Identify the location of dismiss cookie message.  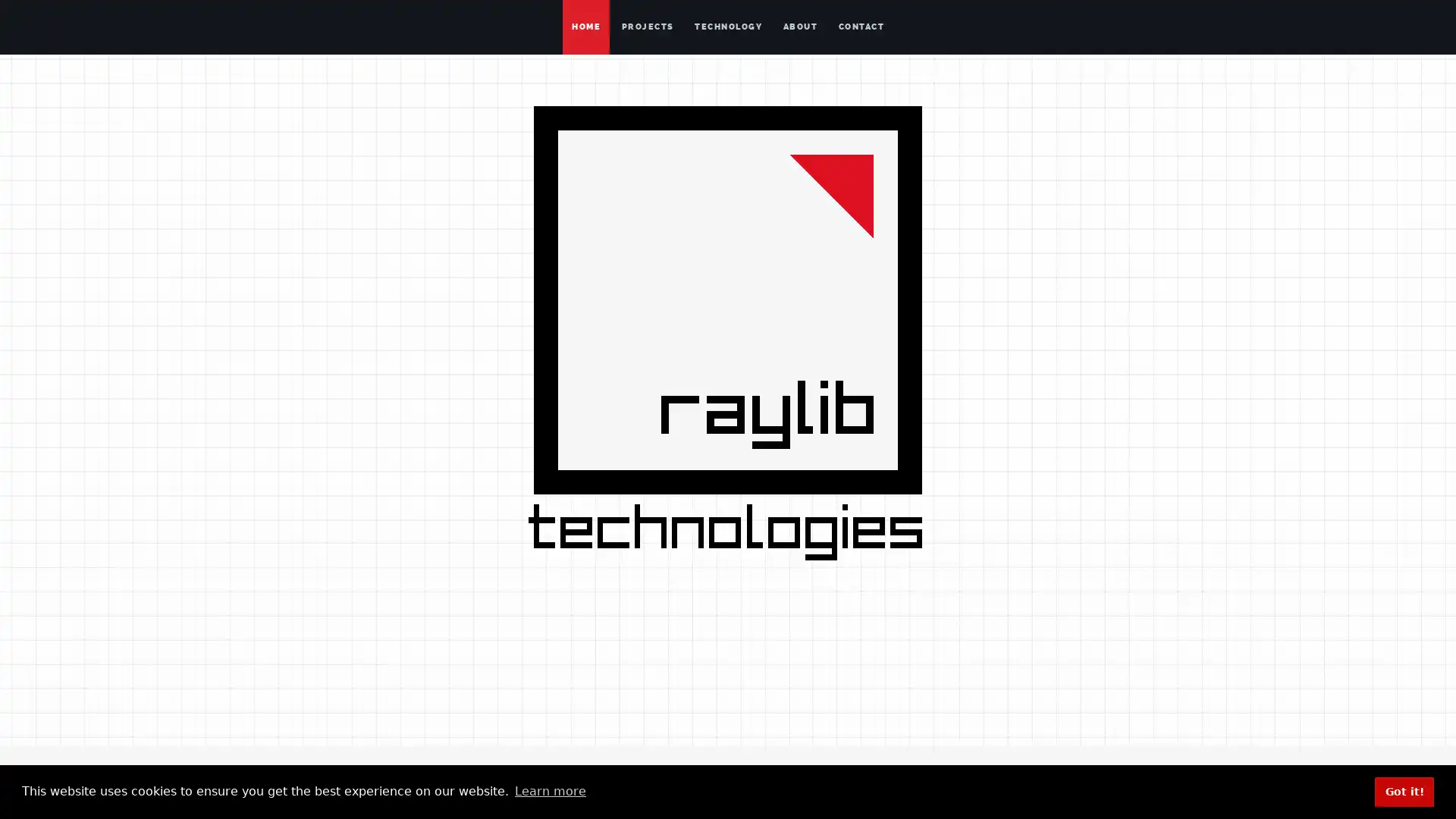
(1404, 791).